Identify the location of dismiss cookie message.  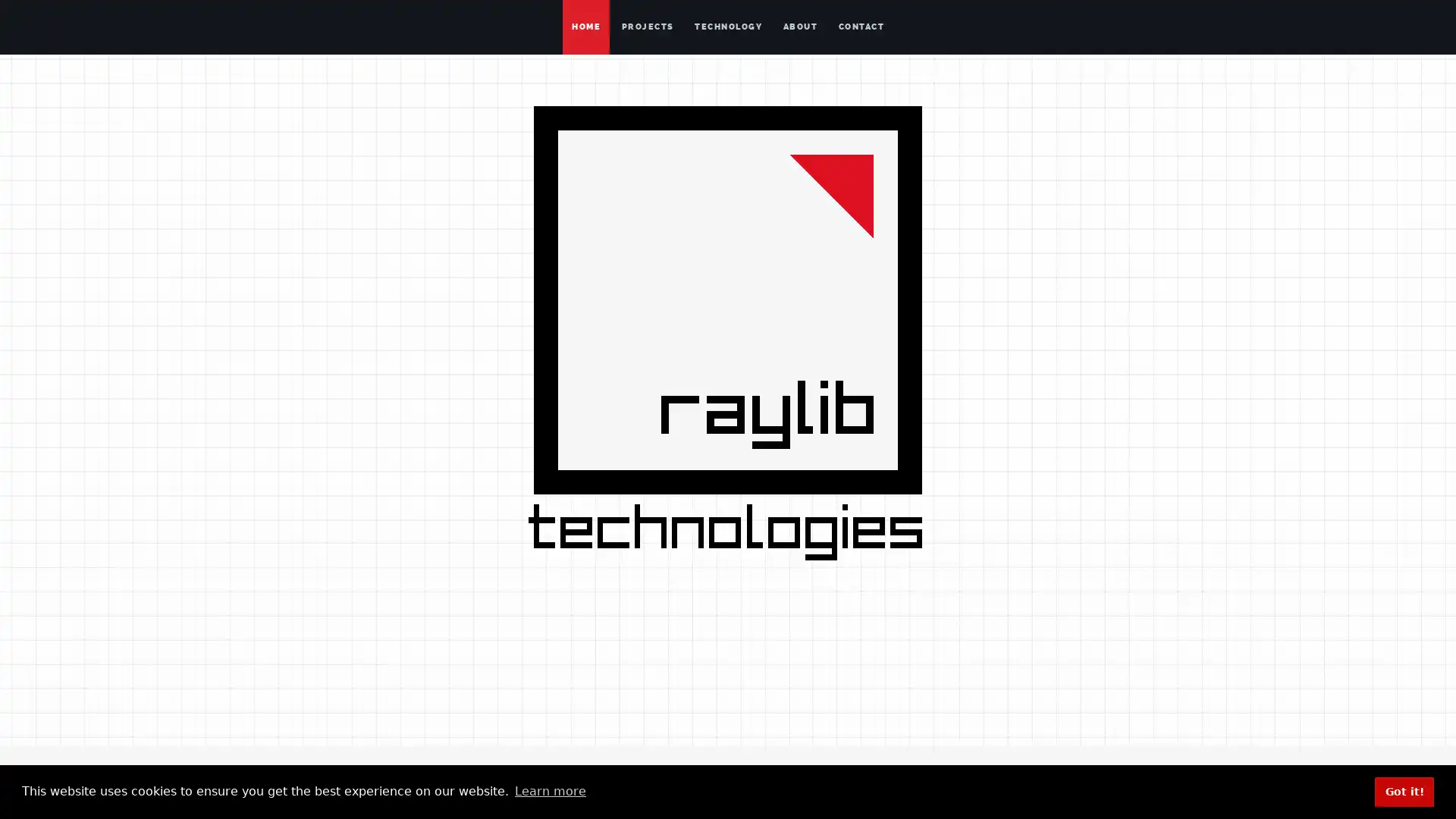
(1404, 791).